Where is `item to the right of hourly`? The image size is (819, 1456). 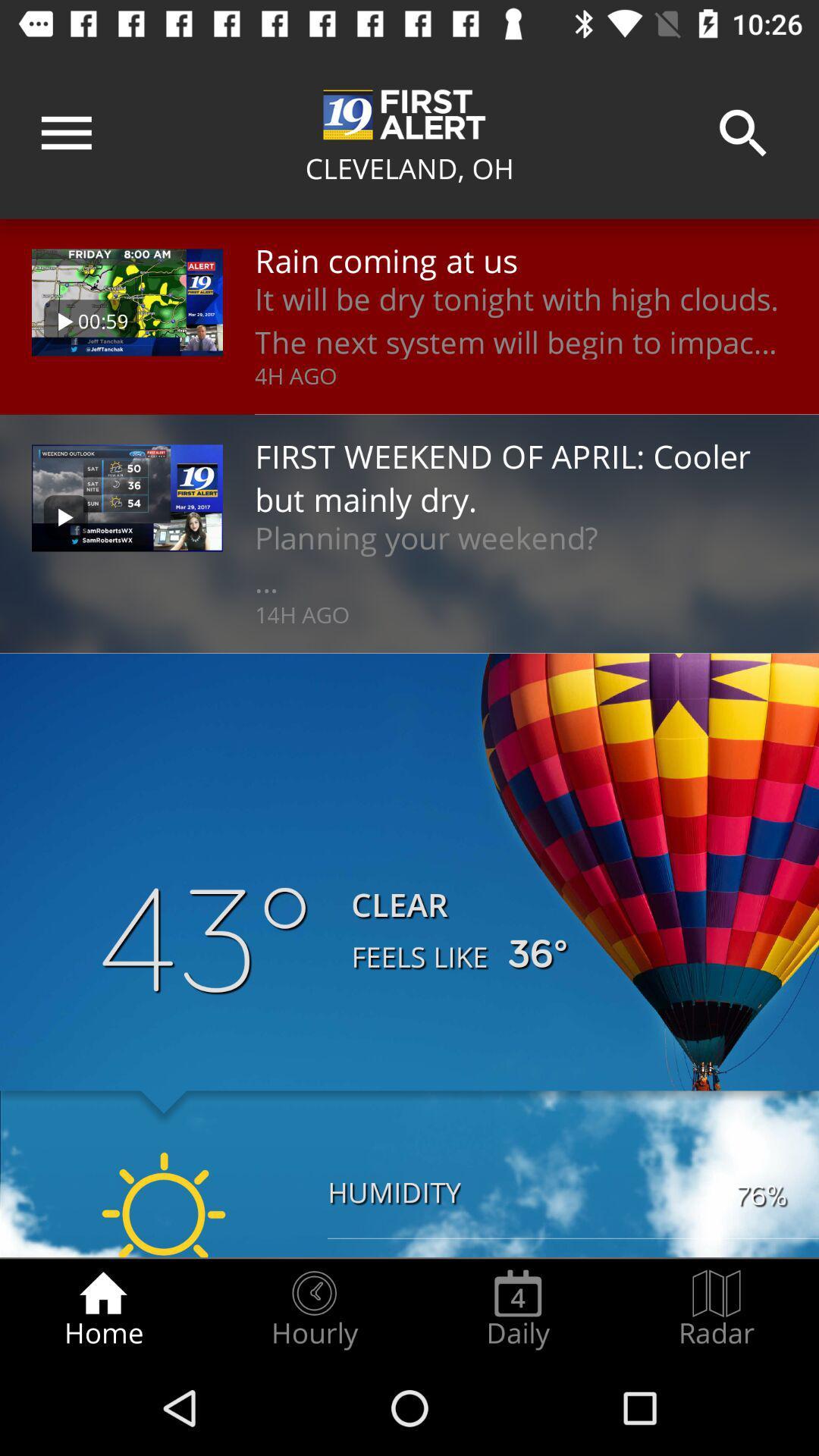 item to the right of hourly is located at coordinates (517, 1309).